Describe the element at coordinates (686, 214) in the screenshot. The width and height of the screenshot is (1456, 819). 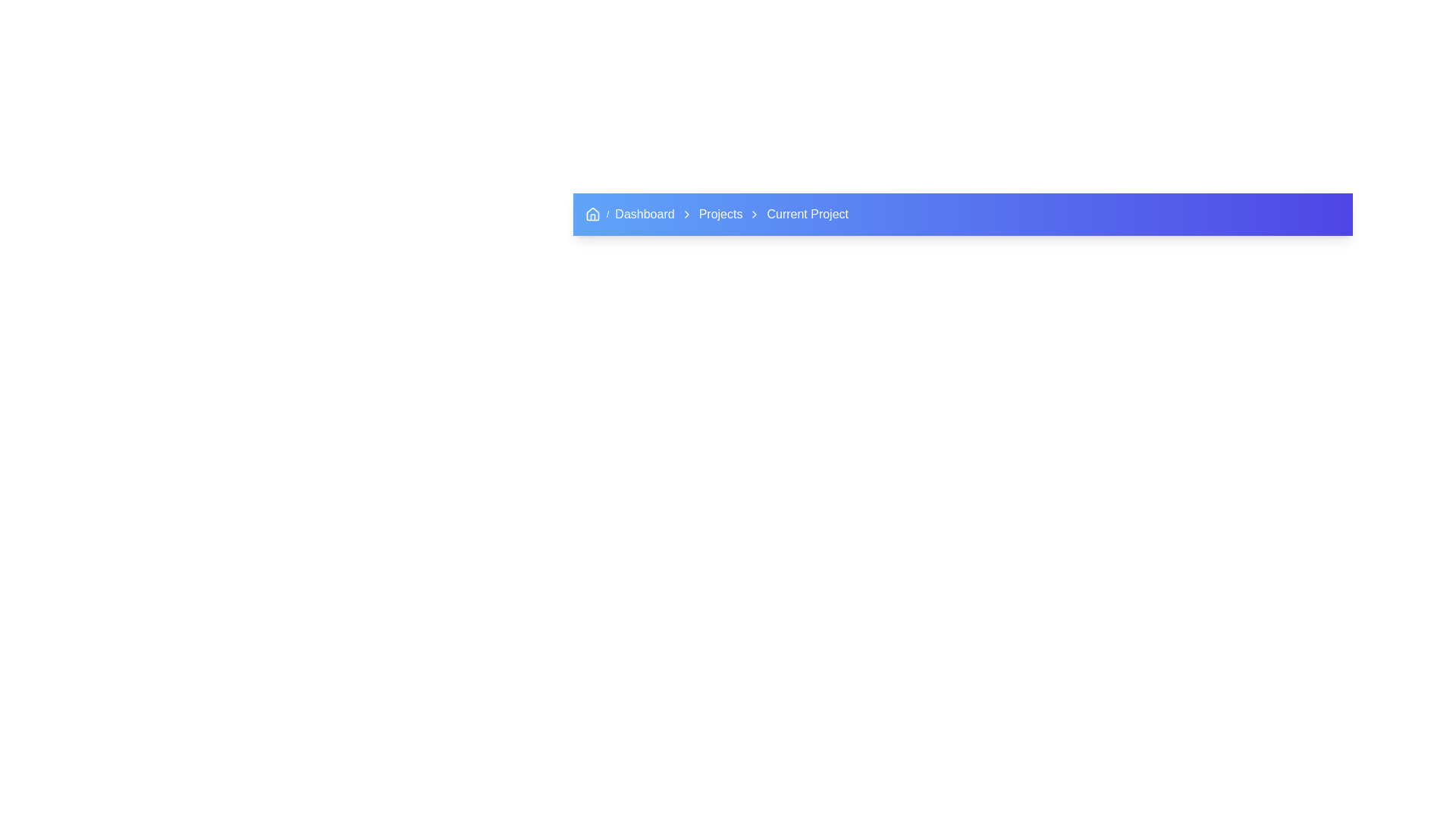
I see `the rightwards chevron SVG icon in the breadcrumb navigation bar, which separates 'Dashboard' and 'Projects'` at that location.